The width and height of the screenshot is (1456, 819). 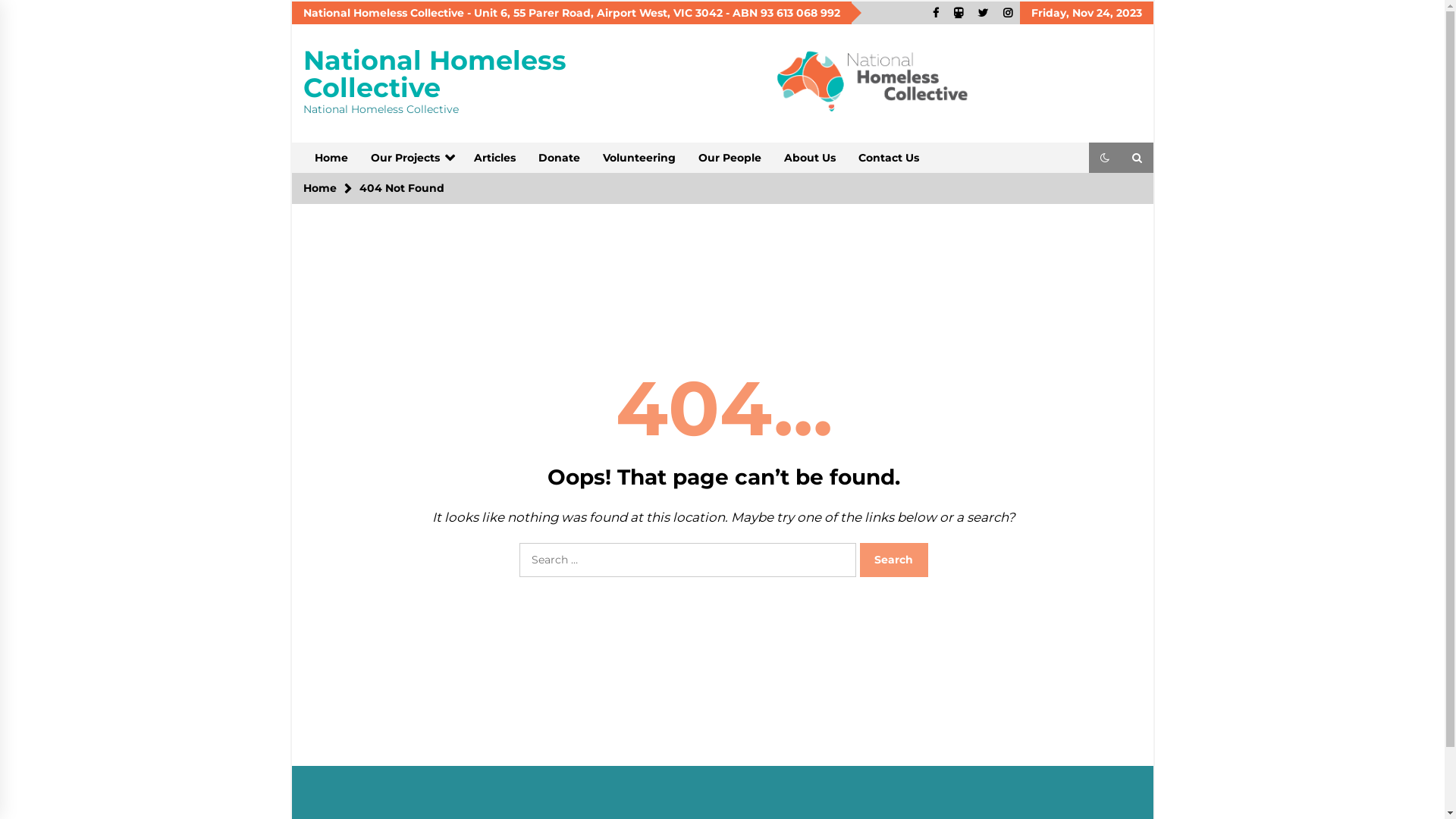 What do you see at coordinates (461, 158) in the screenshot?
I see `'Articles'` at bounding box center [461, 158].